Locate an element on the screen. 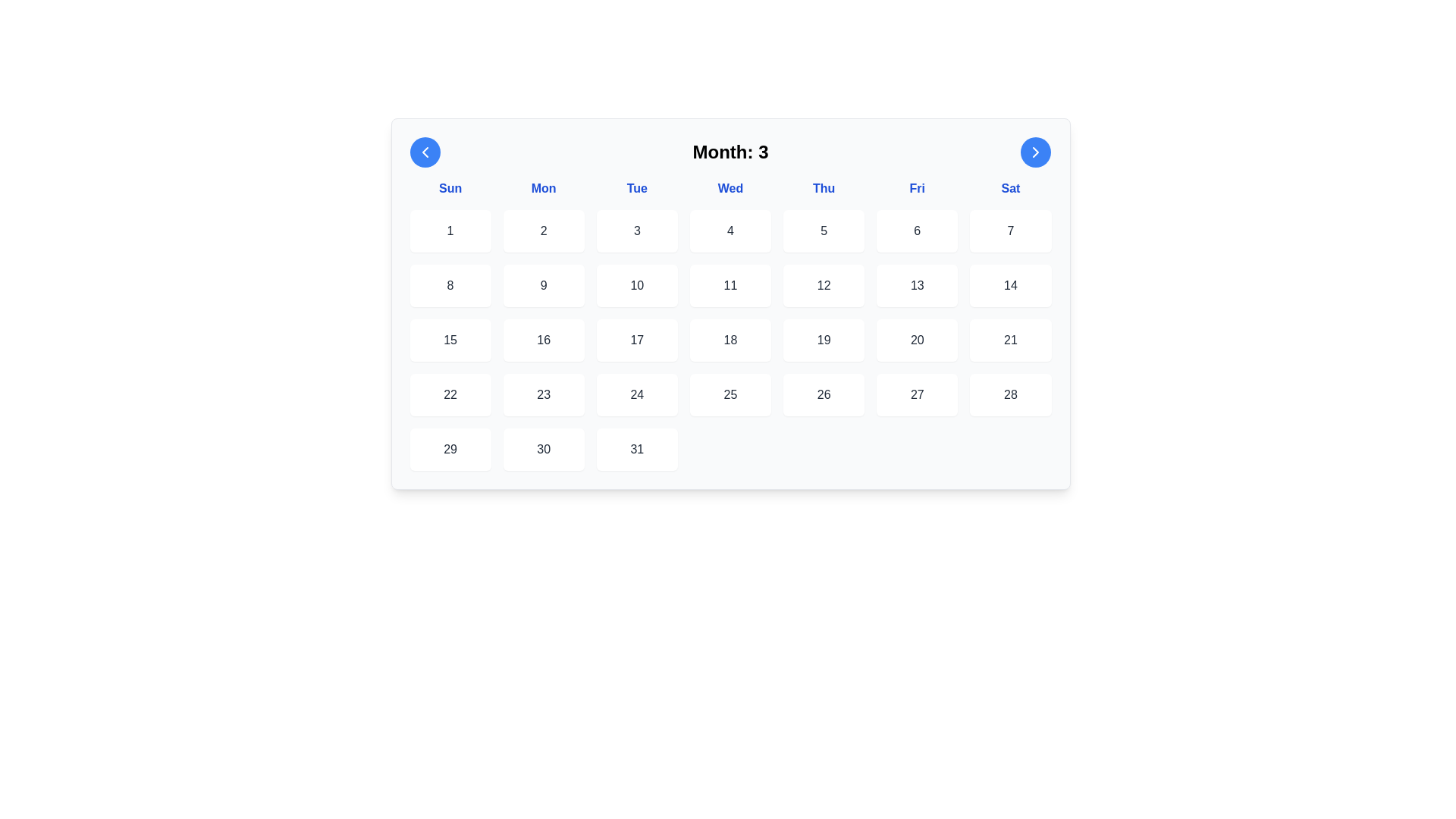 Image resolution: width=1456 pixels, height=819 pixels. the text label displaying 'Wed', which is the fourth item in the horizontal arrangement of weekday abbreviations in the calendar header is located at coordinates (730, 188).